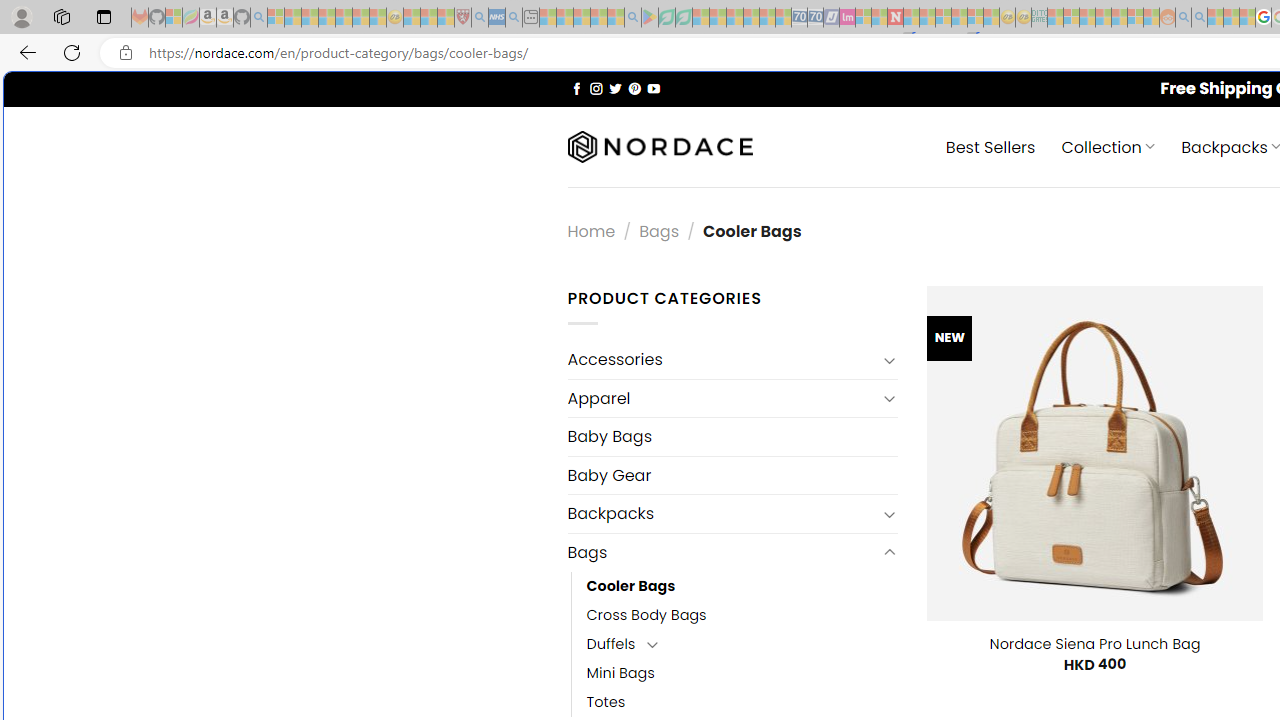 This screenshot has width=1280, height=720. What do you see at coordinates (741, 585) in the screenshot?
I see `'Cooler Bags'` at bounding box center [741, 585].